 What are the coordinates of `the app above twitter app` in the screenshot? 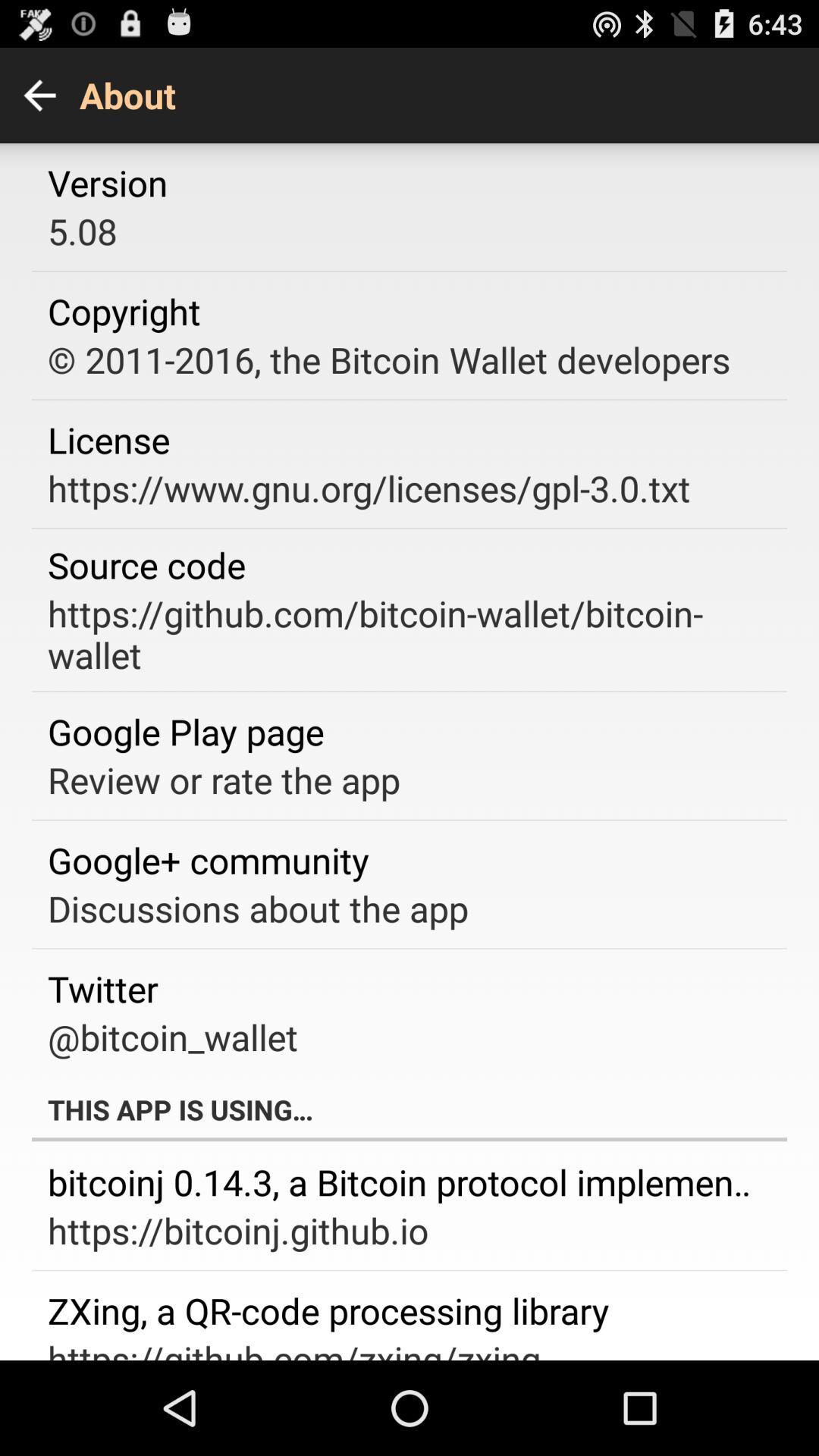 It's located at (257, 908).